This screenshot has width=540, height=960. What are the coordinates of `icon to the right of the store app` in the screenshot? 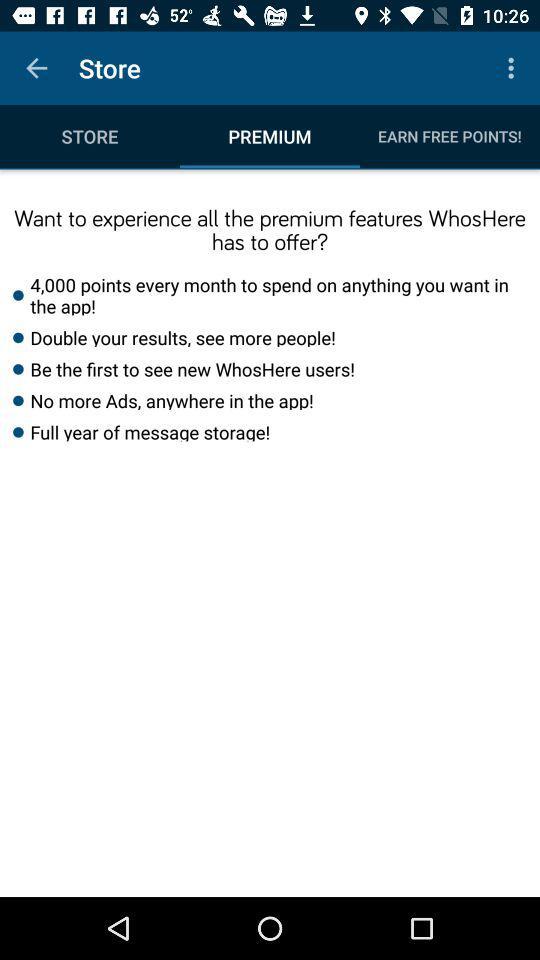 It's located at (513, 68).